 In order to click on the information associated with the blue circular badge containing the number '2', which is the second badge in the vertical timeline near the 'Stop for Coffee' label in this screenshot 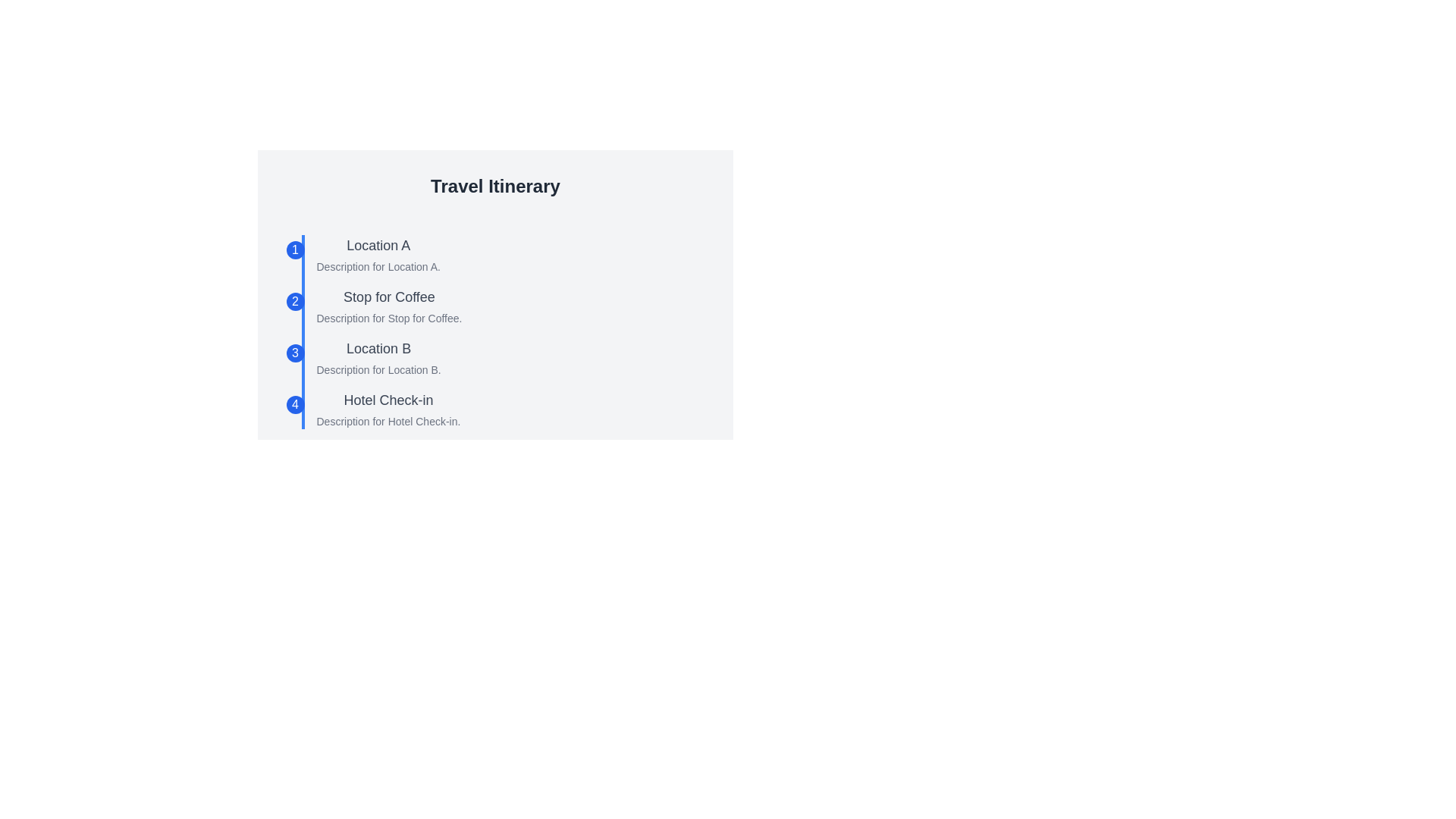, I will do `click(295, 301)`.